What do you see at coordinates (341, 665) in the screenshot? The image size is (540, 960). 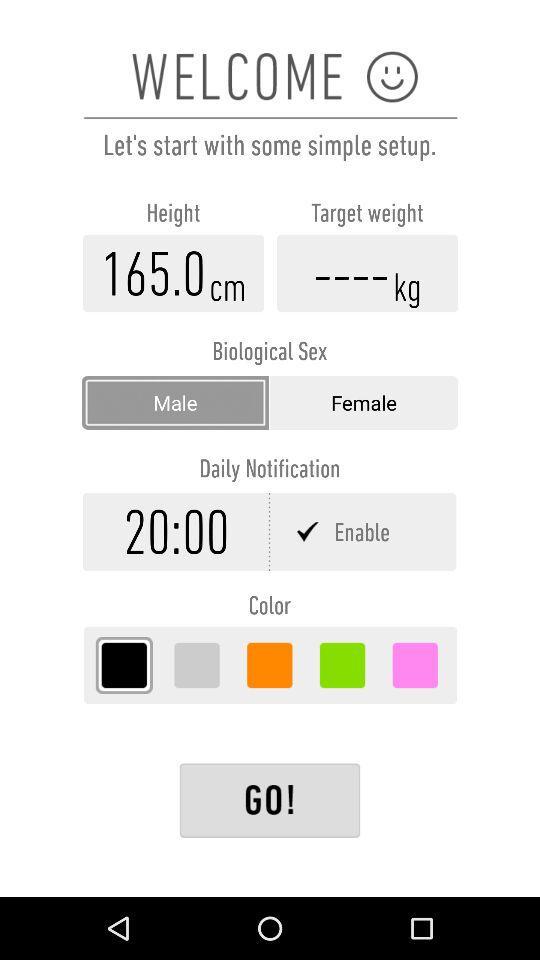 I see `pick color green` at bounding box center [341, 665].